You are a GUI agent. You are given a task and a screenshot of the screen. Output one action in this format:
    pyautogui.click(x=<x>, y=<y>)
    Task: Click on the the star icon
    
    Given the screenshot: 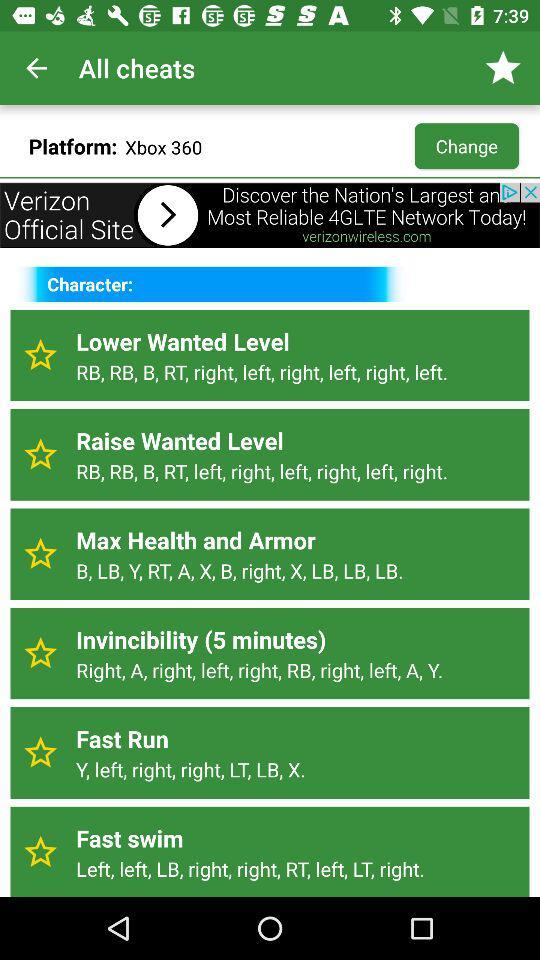 What is the action you would take?
    pyautogui.click(x=40, y=652)
    